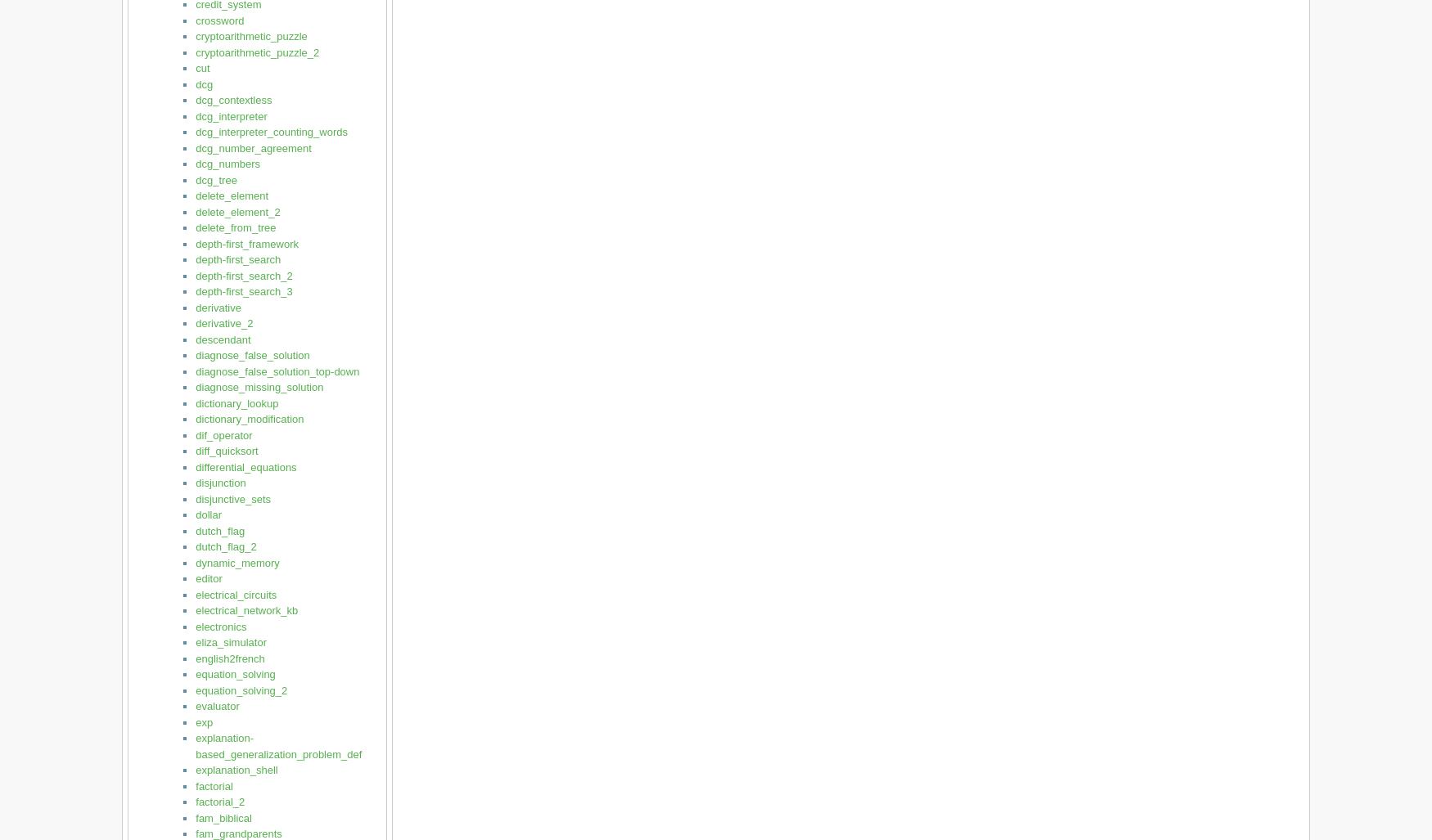 The width and height of the screenshot is (1432, 840). I want to click on 'explanation_shell', so click(196, 770).